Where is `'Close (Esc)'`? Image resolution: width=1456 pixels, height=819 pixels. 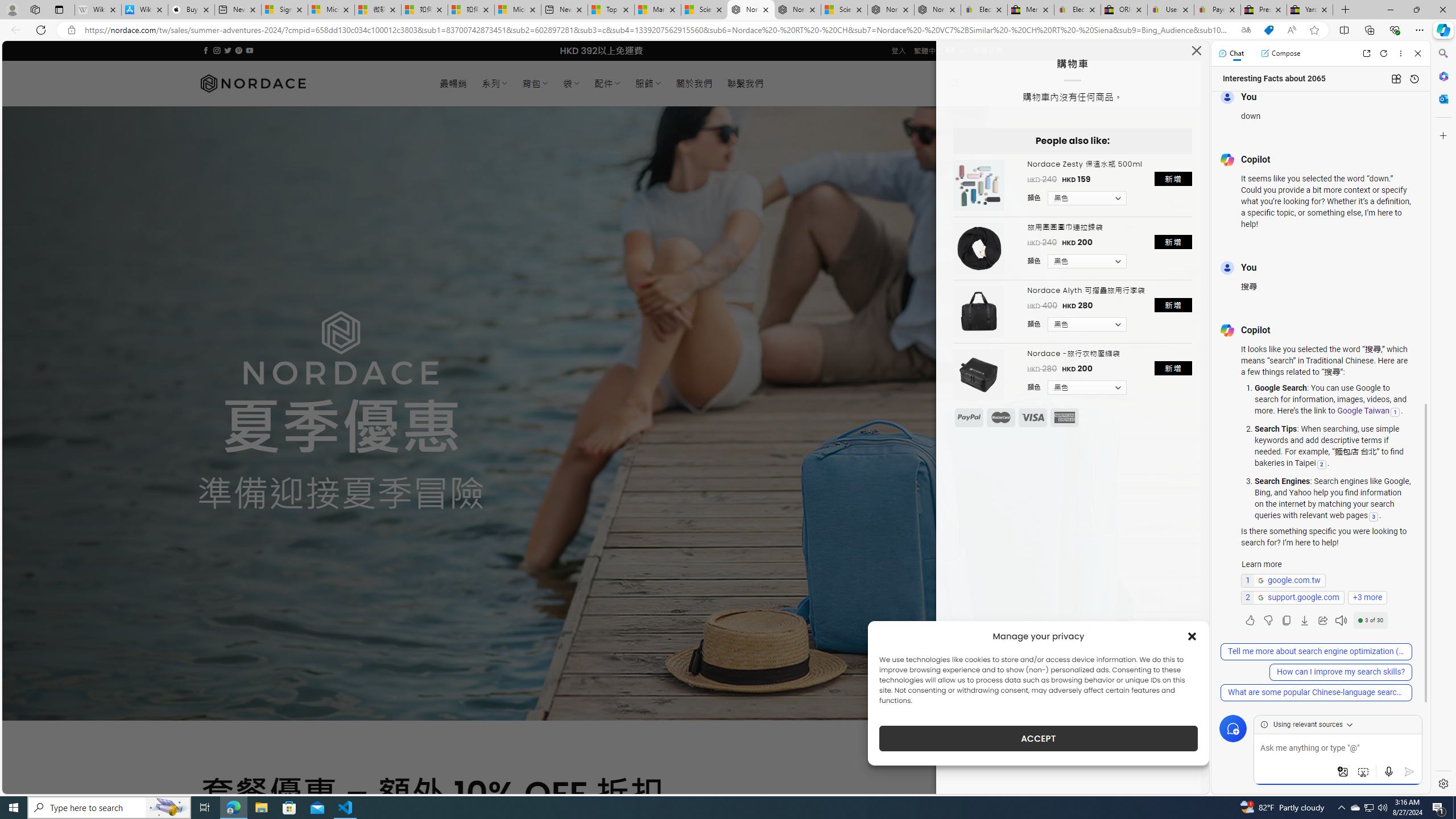 'Close (Esc)' is located at coordinates (1196, 53).